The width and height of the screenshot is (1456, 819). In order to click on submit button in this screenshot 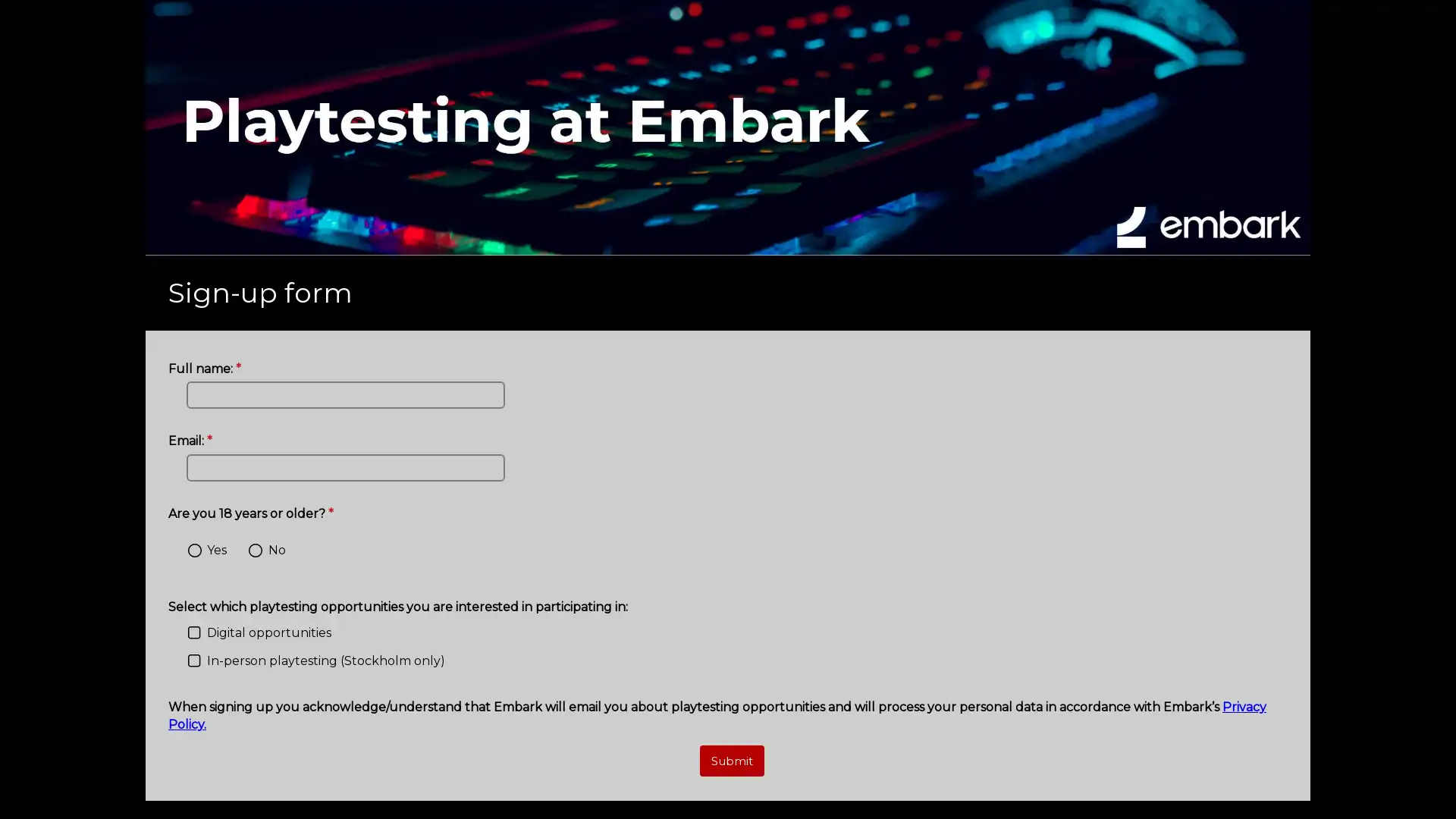, I will do `click(731, 761)`.